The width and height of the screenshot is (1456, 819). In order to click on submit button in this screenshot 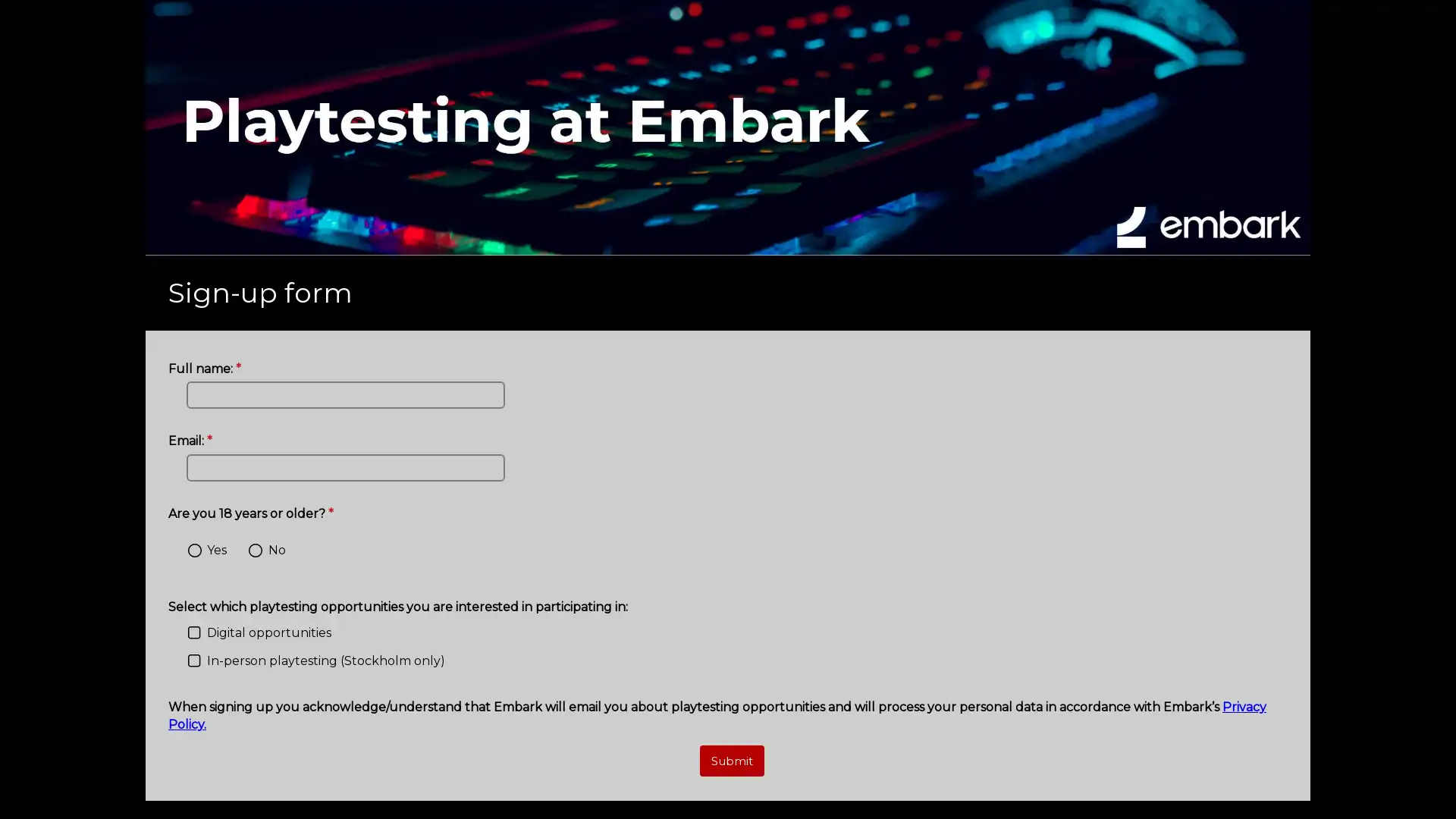, I will do `click(731, 761)`.